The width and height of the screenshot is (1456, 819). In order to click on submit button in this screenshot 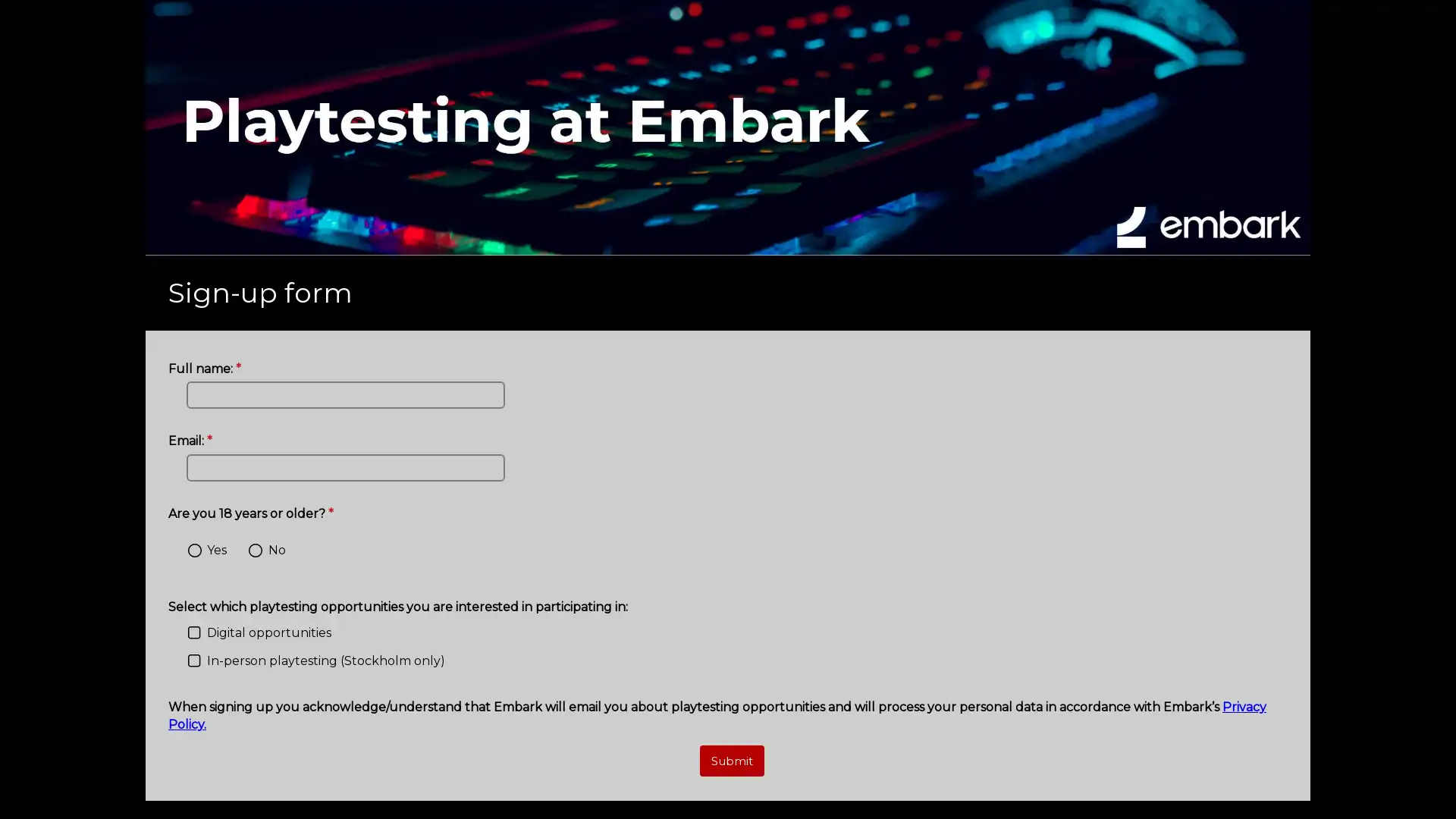, I will do `click(731, 761)`.